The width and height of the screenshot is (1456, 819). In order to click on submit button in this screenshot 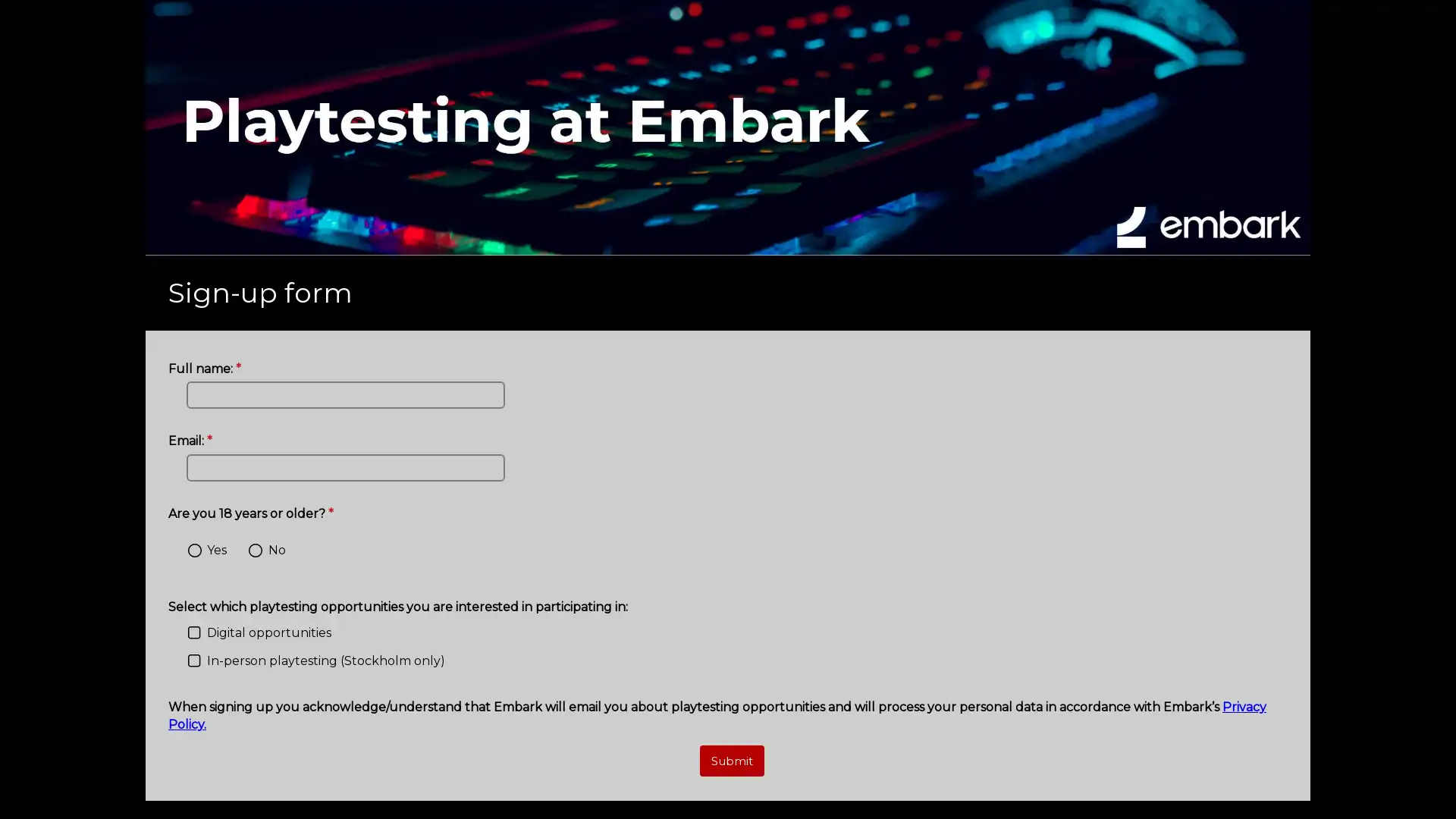, I will do `click(731, 761)`.